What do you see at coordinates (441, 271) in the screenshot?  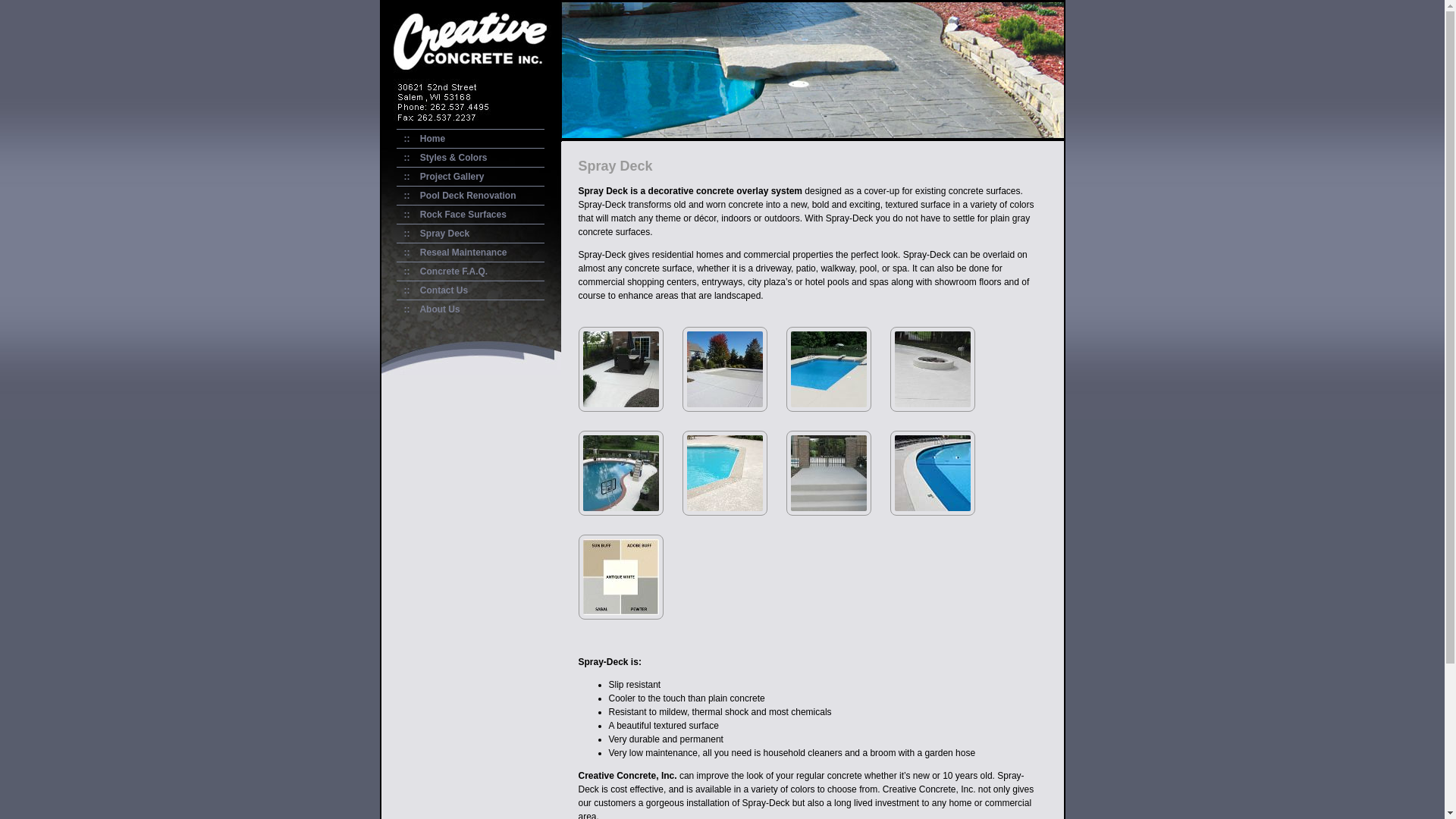 I see `'::    Concrete F.A.Q.'` at bounding box center [441, 271].